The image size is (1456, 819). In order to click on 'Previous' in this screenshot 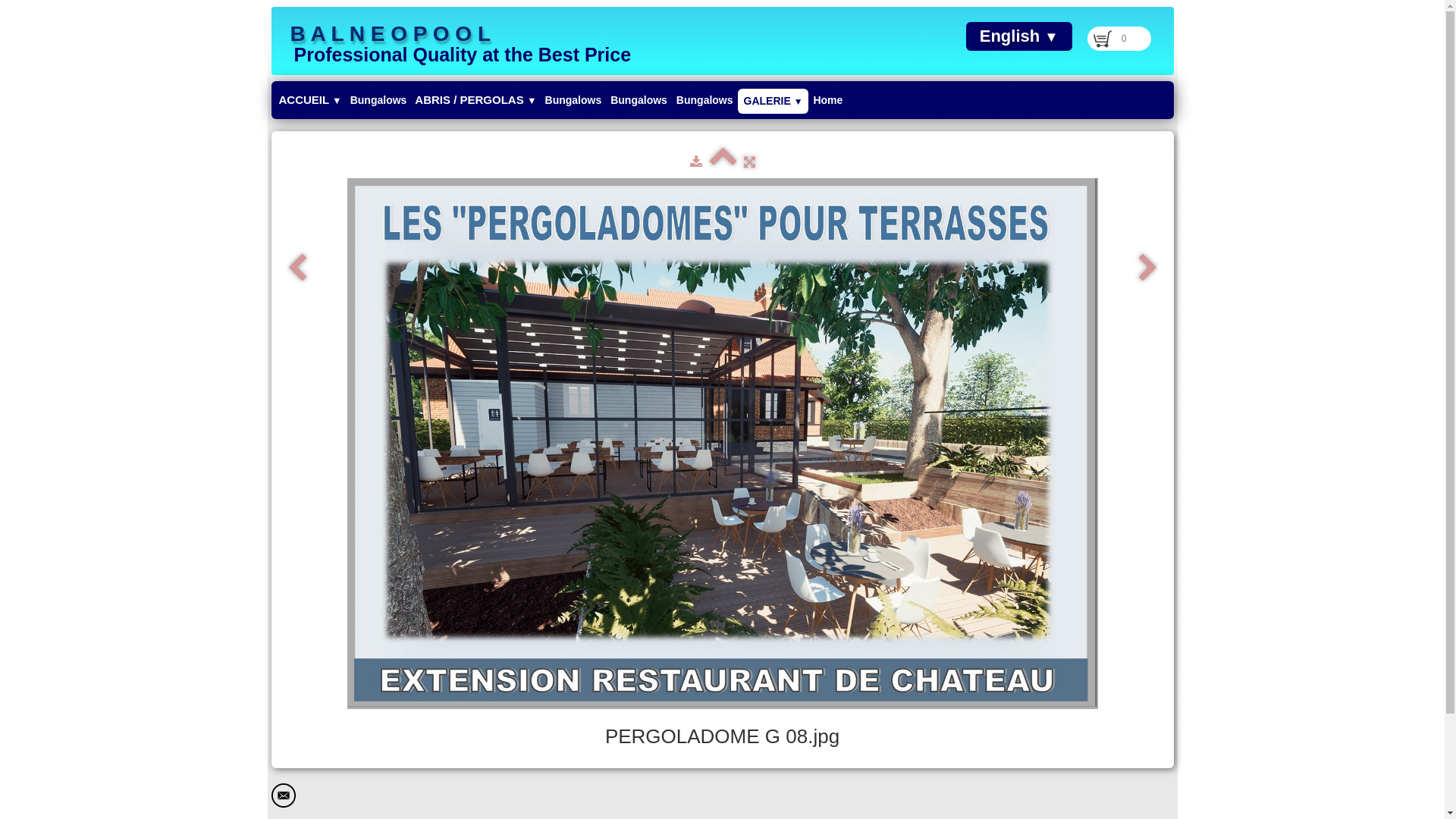, I will do `click(287, 268)`.